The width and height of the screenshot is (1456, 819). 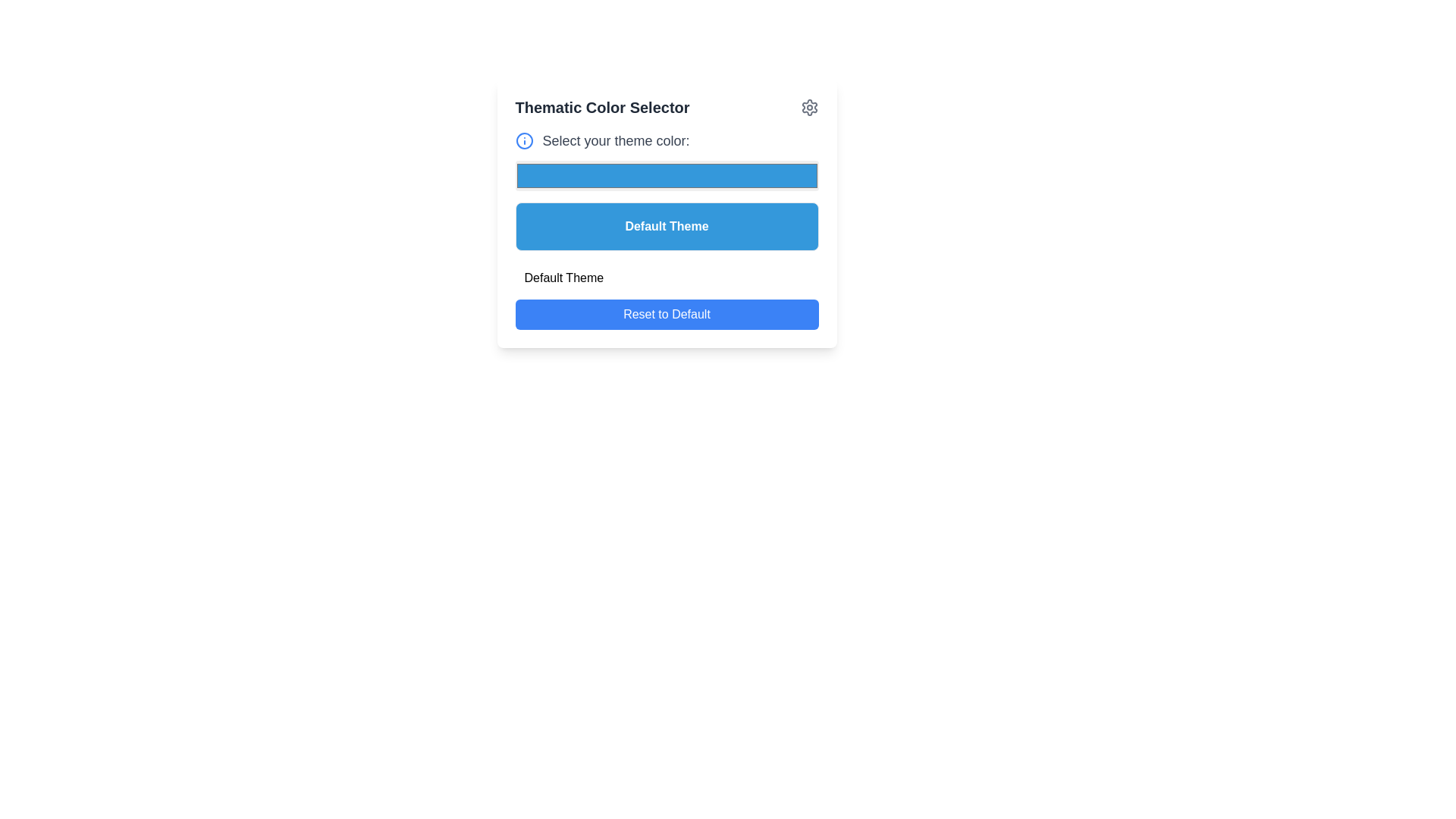 What do you see at coordinates (667, 227) in the screenshot?
I see `the text label reading 'Default Theme', which is styled in bold white font and located on a blue rectangular background` at bounding box center [667, 227].